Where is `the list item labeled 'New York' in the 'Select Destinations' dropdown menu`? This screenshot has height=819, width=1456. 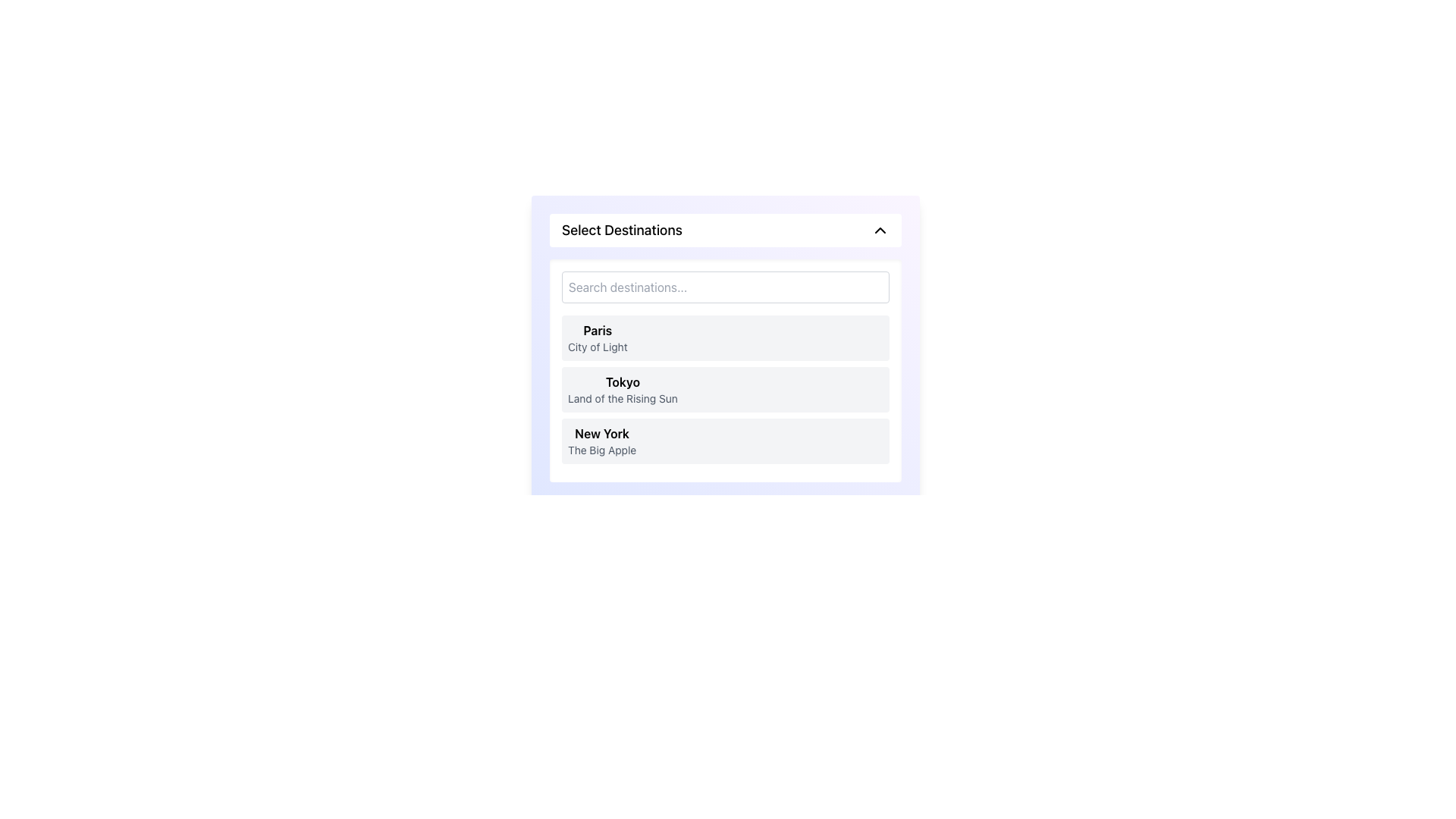
the list item labeled 'New York' in the 'Select Destinations' dropdown menu is located at coordinates (601, 441).